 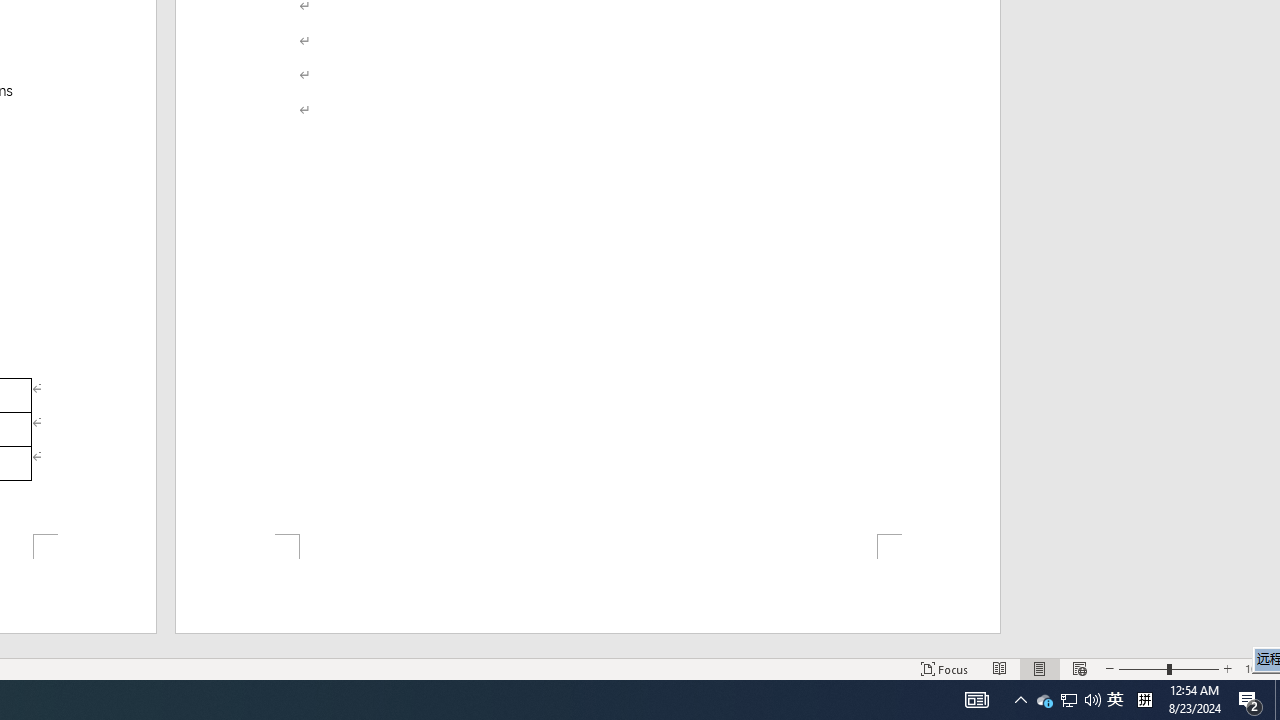 What do you see at coordinates (1276, 698) in the screenshot?
I see `'Show desktop'` at bounding box center [1276, 698].